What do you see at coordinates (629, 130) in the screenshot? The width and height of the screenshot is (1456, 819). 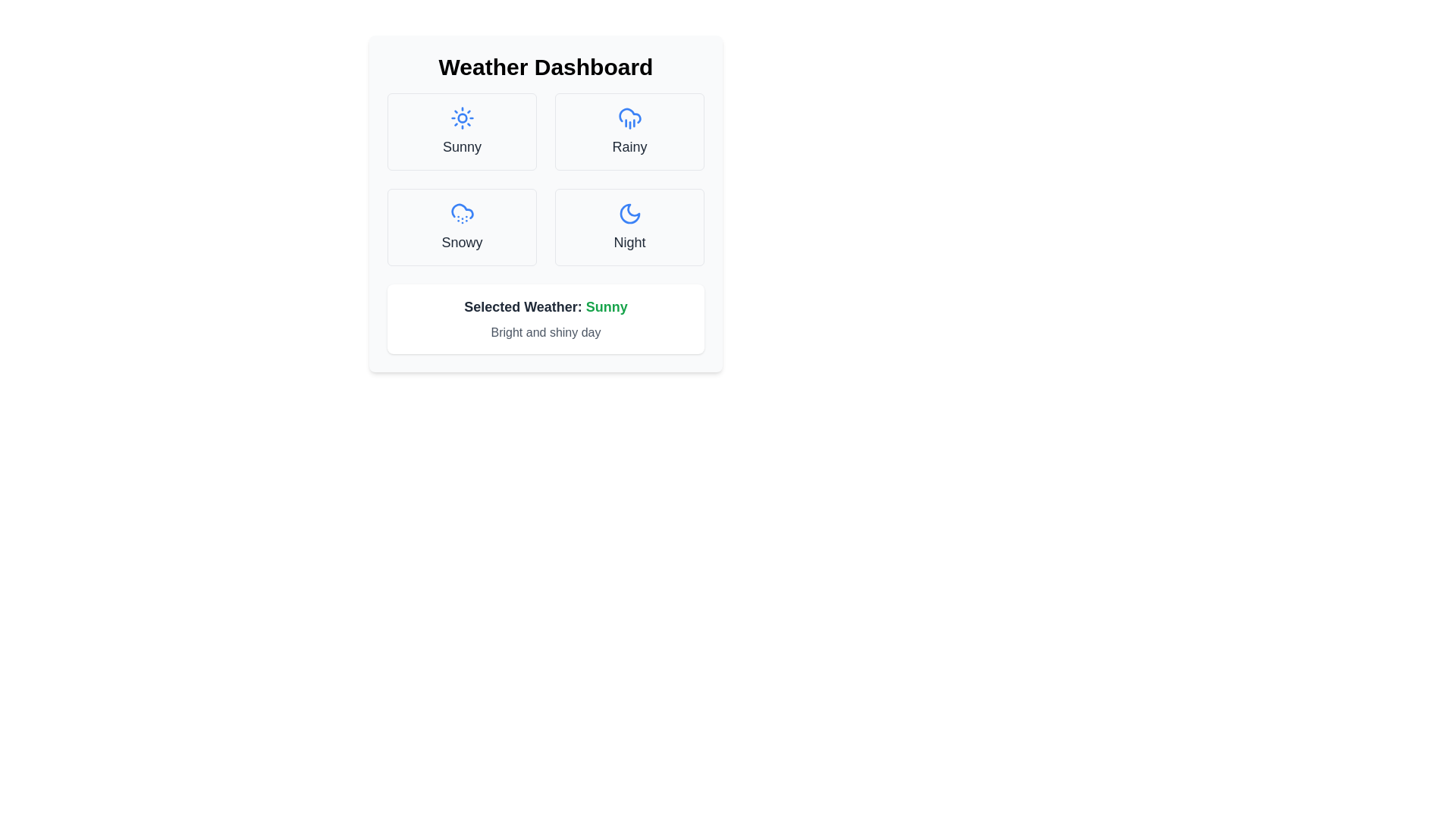 I see `the rectangular button with a white background, gray border, blue cloud icon, and 'Rainy' text` at bounding box center [629, 130].